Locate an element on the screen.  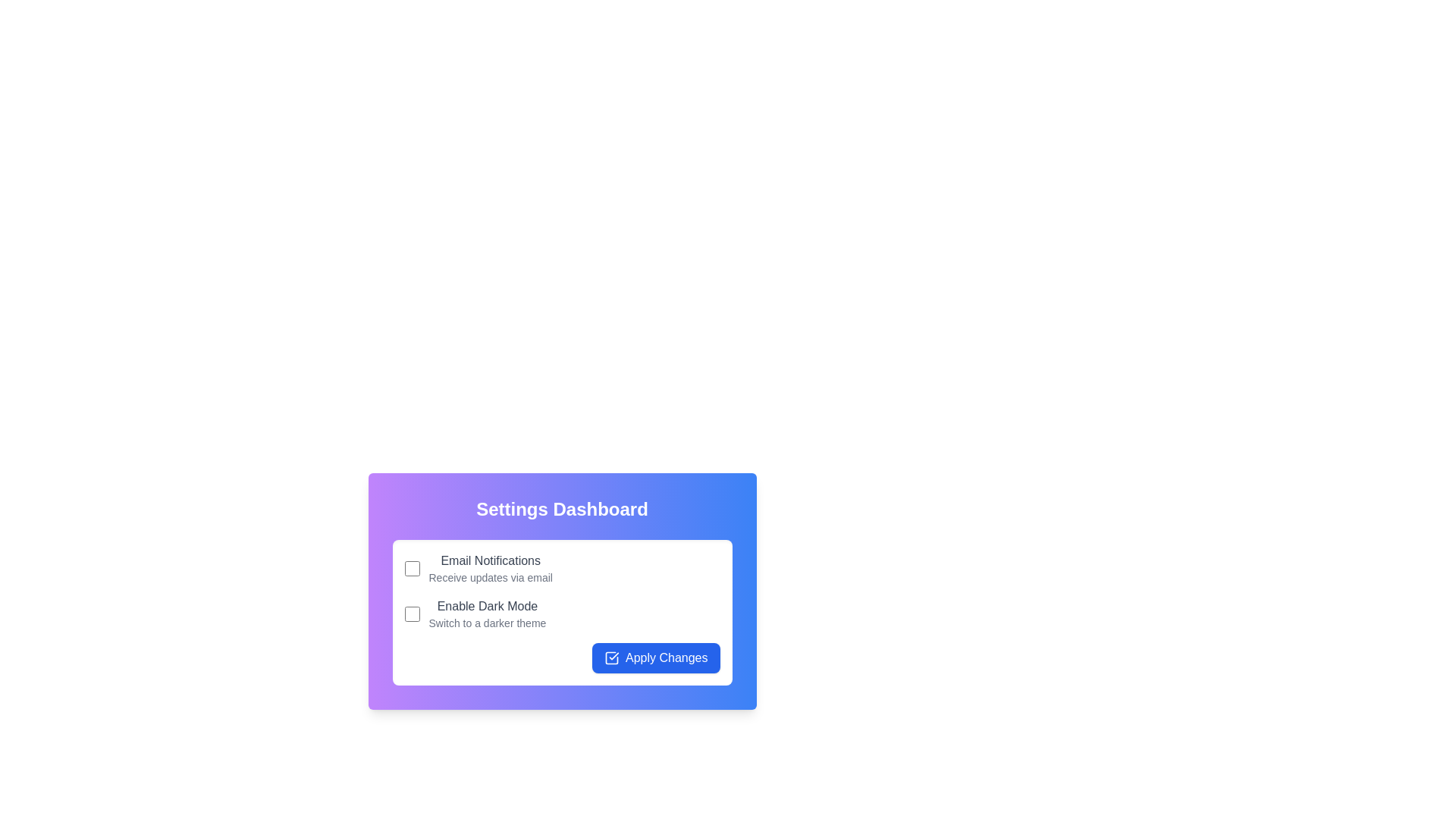
the checkboxes within the settings card component located at the center of the settings dashboard, positioned slightly below the title is located at coordinates (561, 611).